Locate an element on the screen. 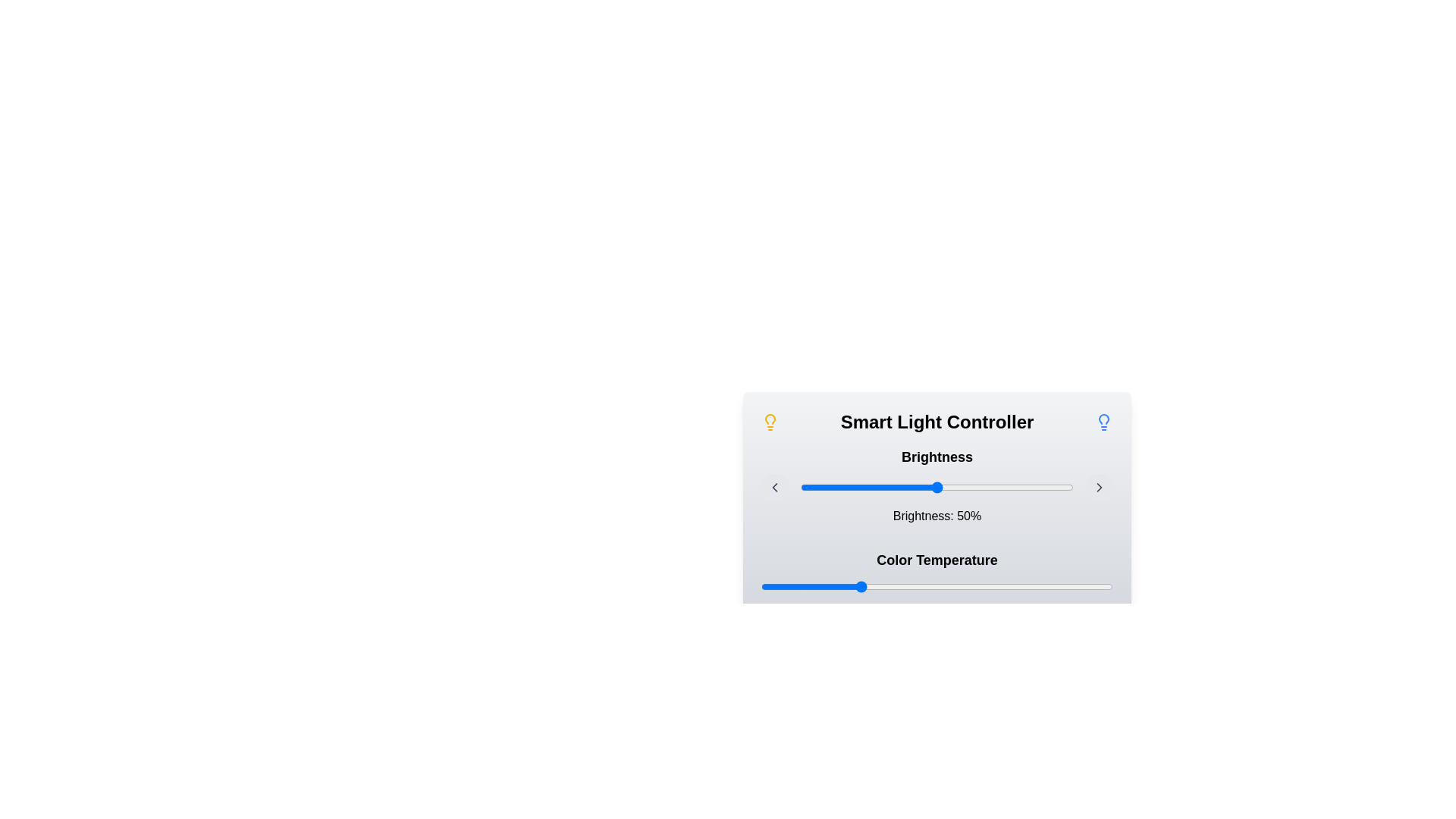 The width and height of the screenshot is (1456, 819). the color temperature is located at coordinates (840, 586).